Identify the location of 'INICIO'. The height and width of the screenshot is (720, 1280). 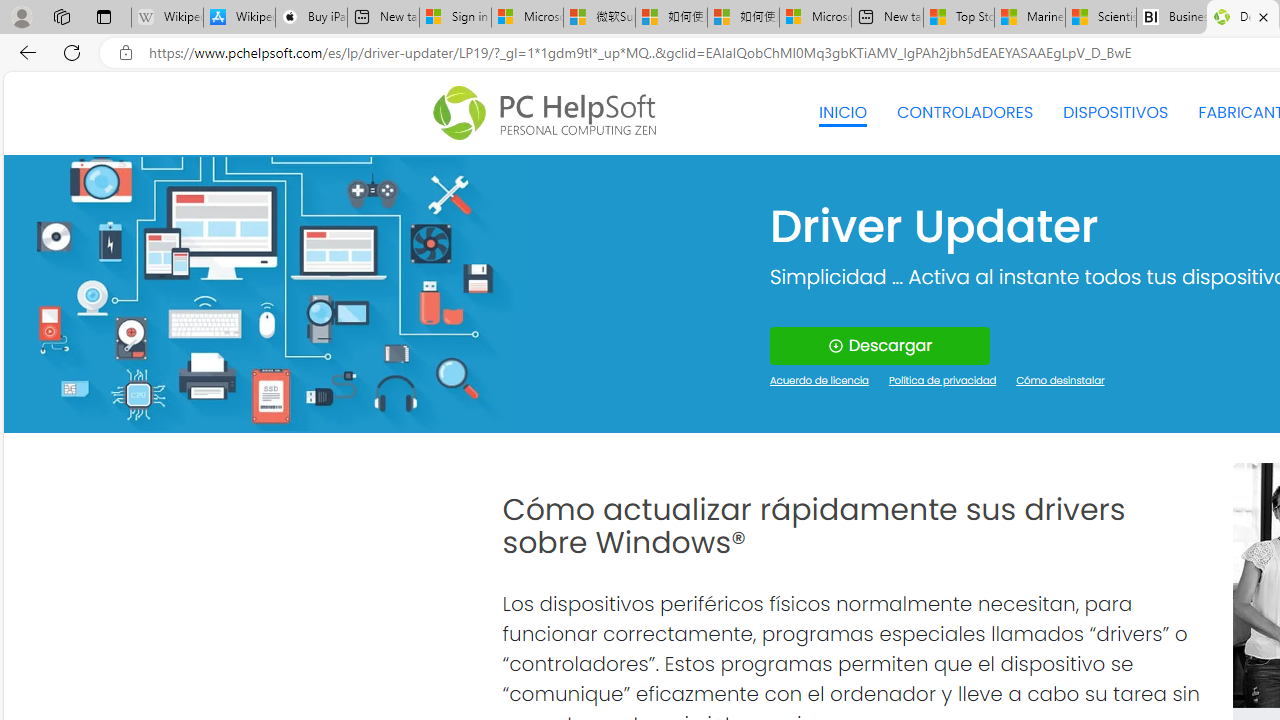
(842, 113).